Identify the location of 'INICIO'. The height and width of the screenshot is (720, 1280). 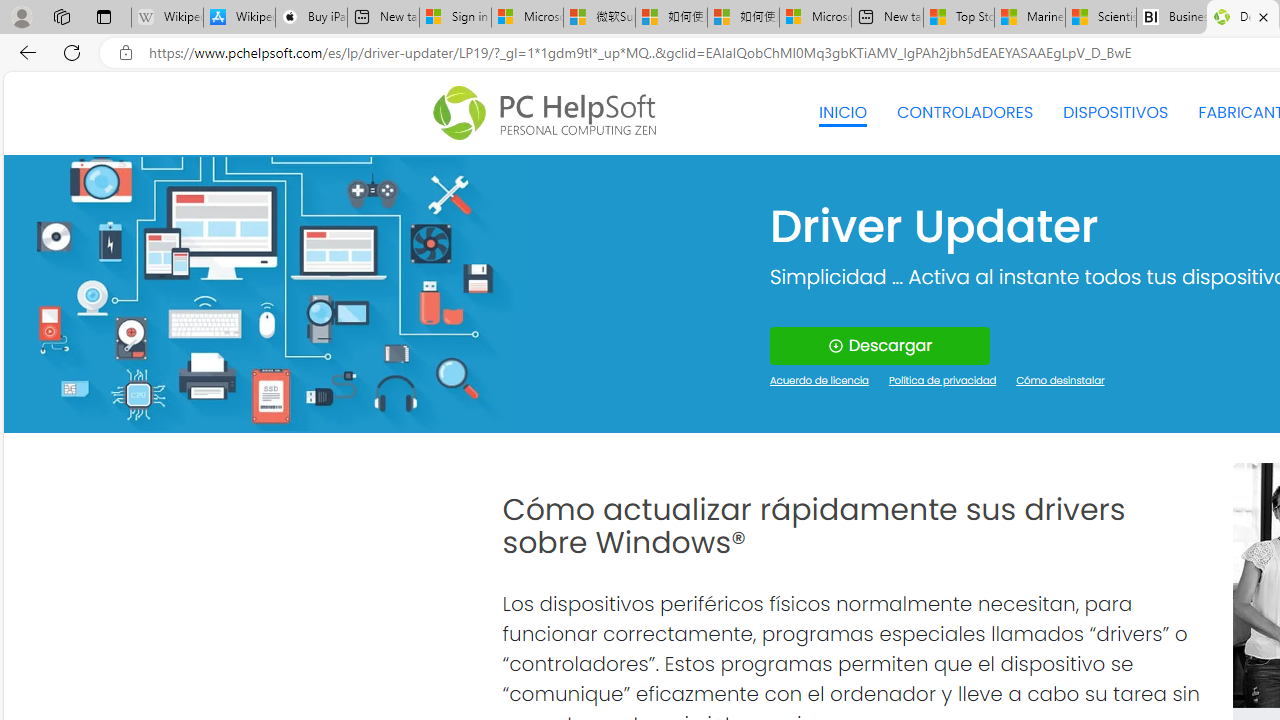
(842, 113).